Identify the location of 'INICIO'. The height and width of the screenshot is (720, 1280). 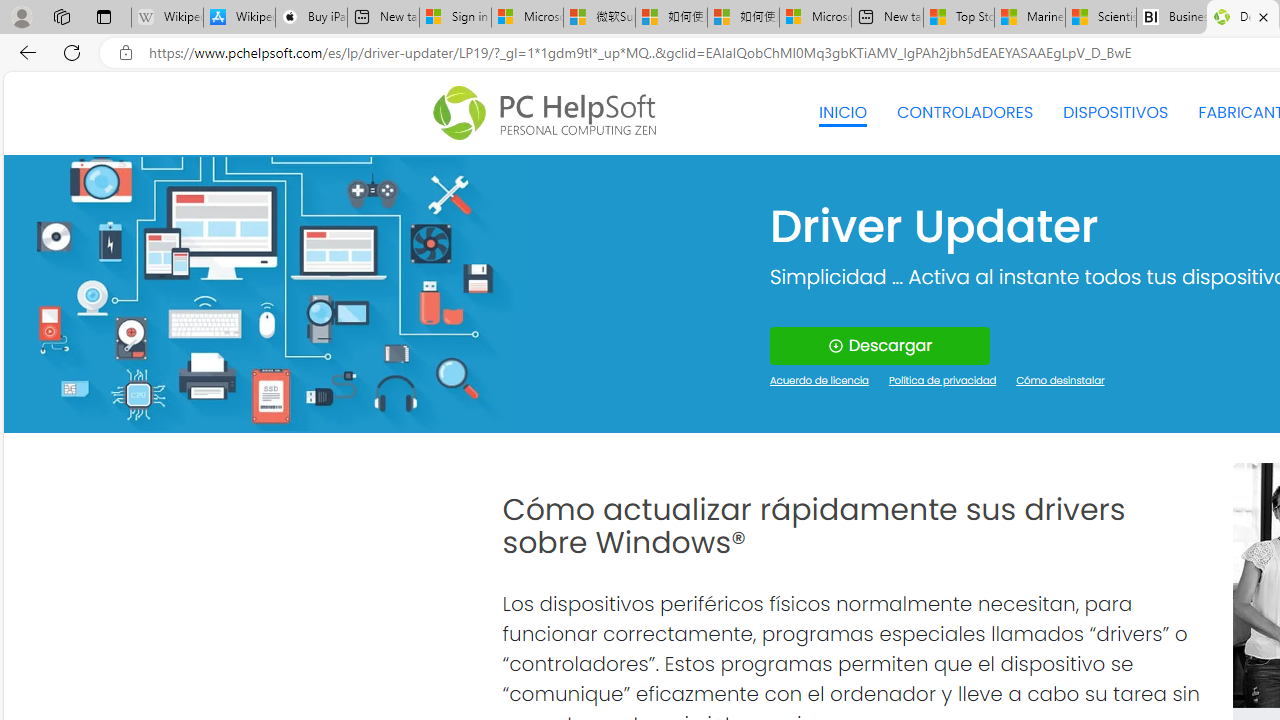
(842, 113).